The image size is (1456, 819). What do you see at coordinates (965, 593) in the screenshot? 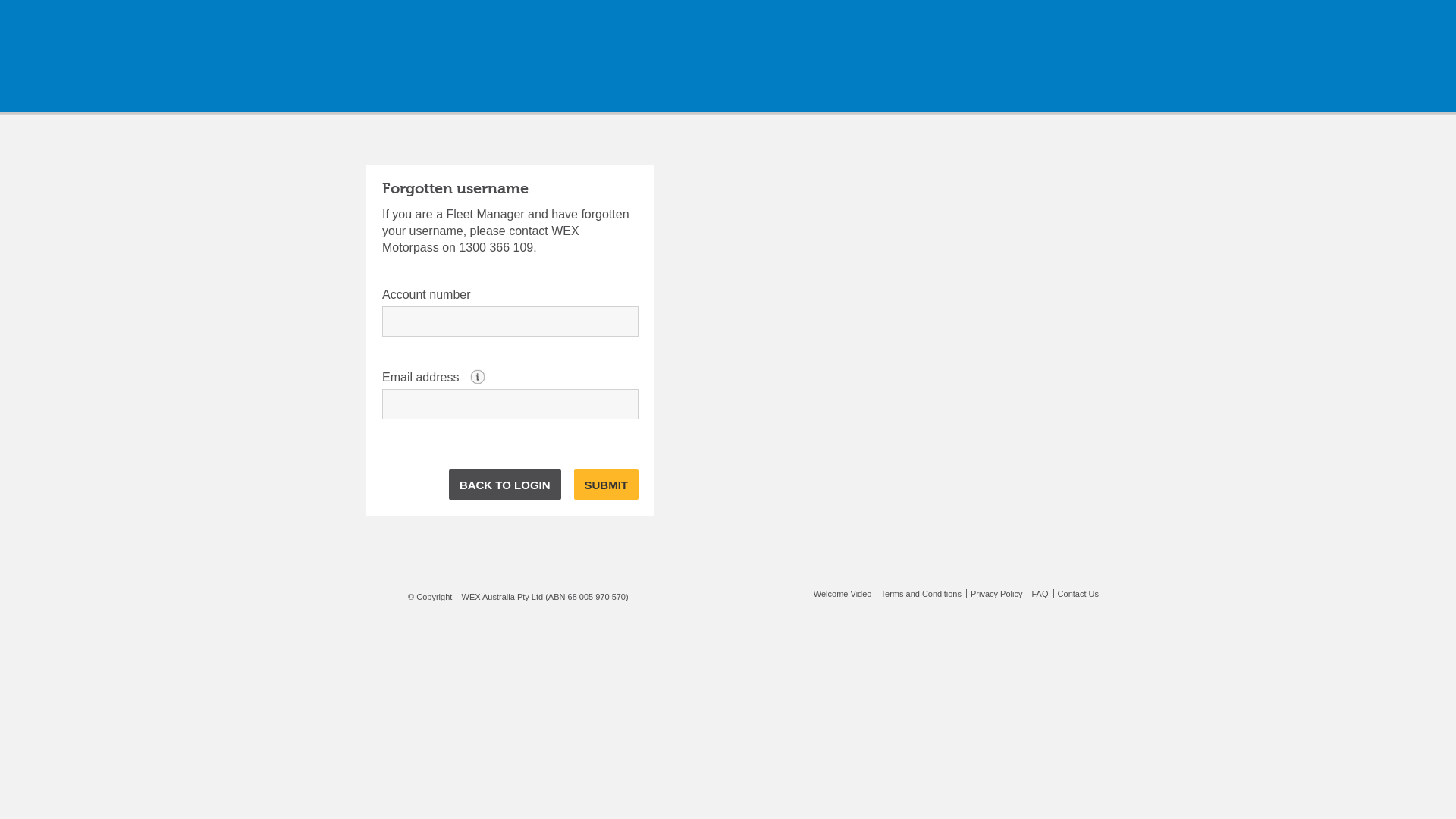
I see `'Privacy Policy'` at bounding box center [965, 593].